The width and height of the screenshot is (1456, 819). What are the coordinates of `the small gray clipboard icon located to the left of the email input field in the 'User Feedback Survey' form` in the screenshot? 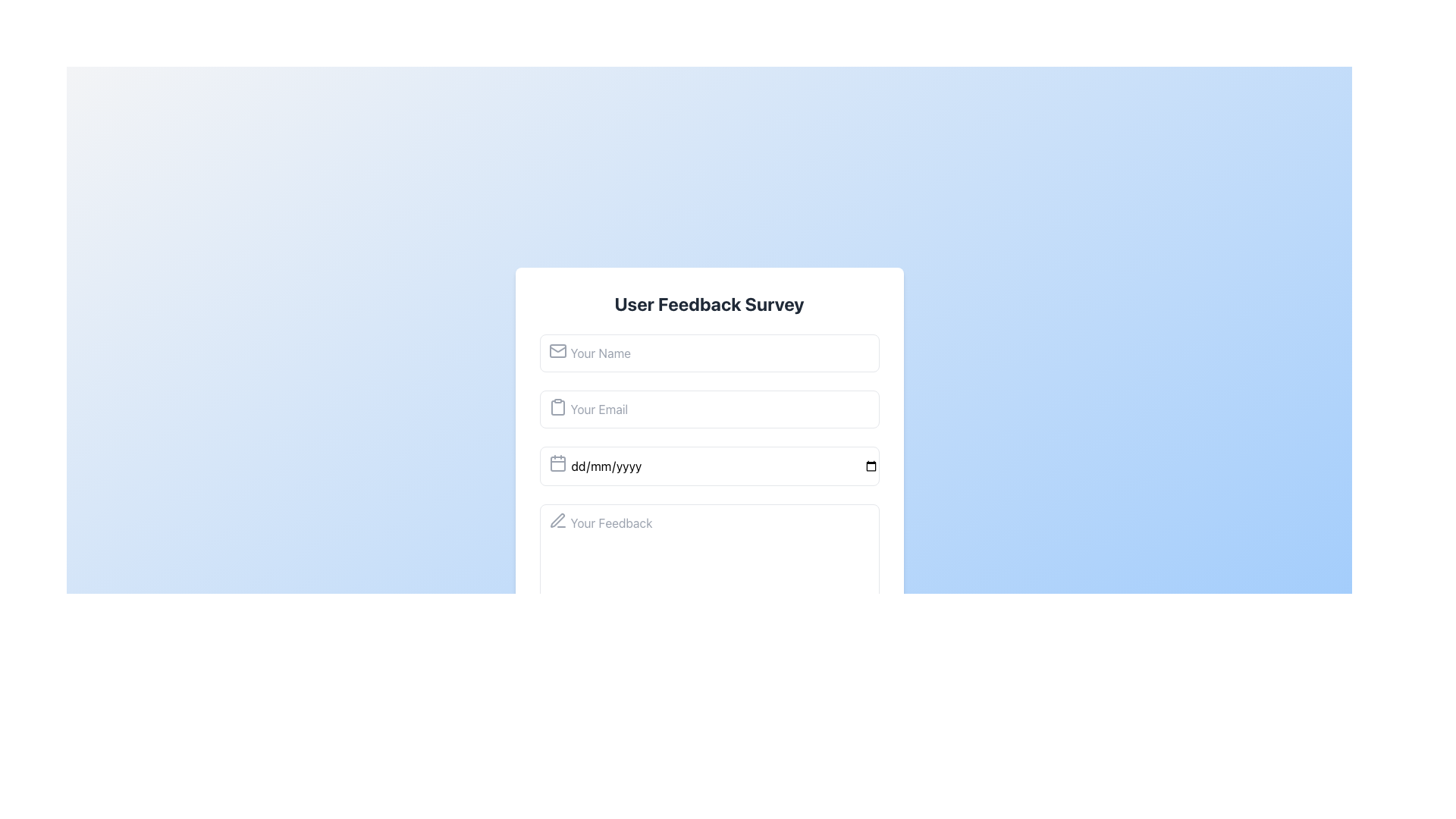 It's located at (557, 406).